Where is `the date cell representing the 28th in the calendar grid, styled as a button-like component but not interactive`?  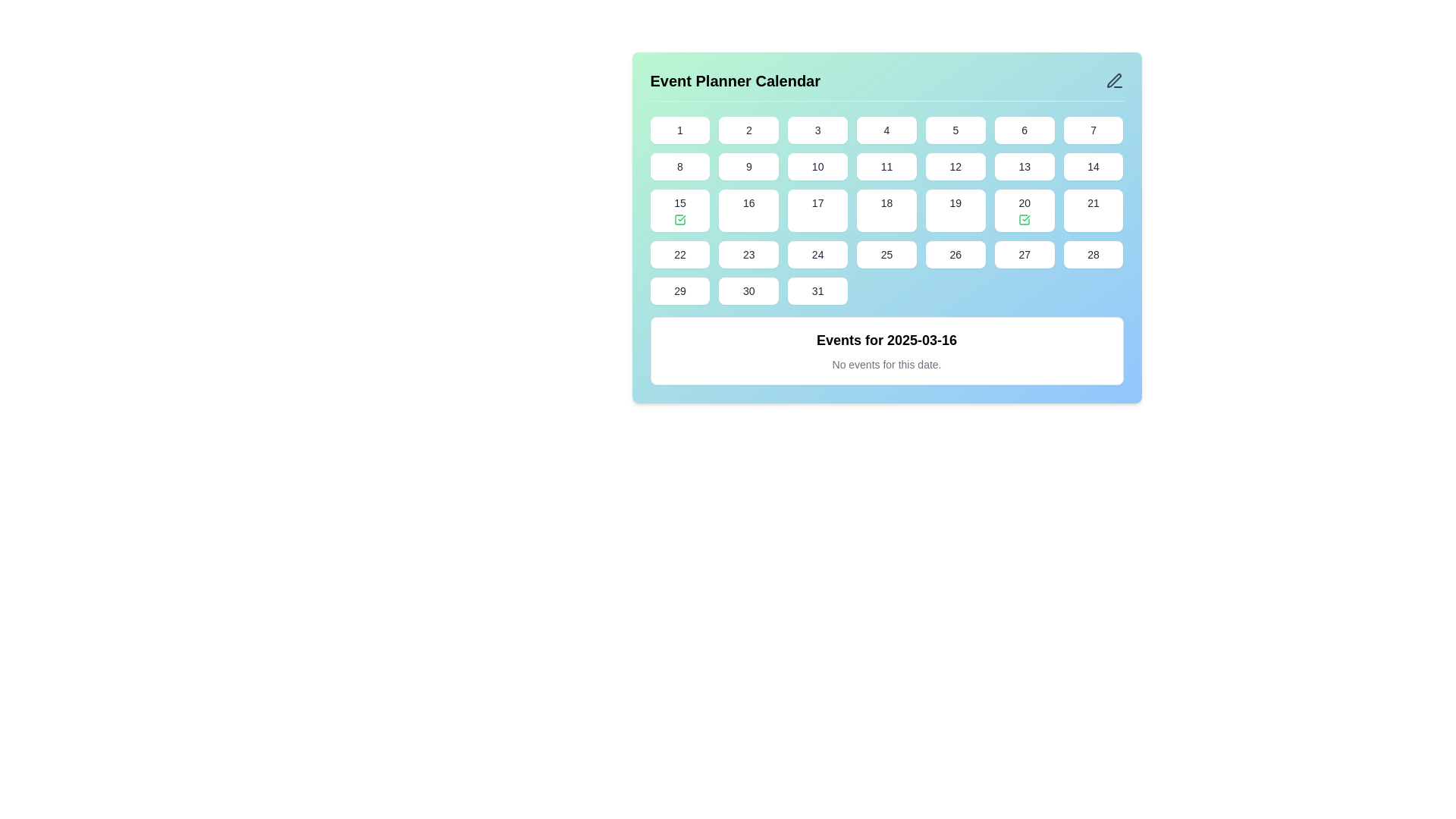
the date cell representing the 28th in the calendar grid, styled as a button-like component but not interactive is located at coordinates (1094, 253).